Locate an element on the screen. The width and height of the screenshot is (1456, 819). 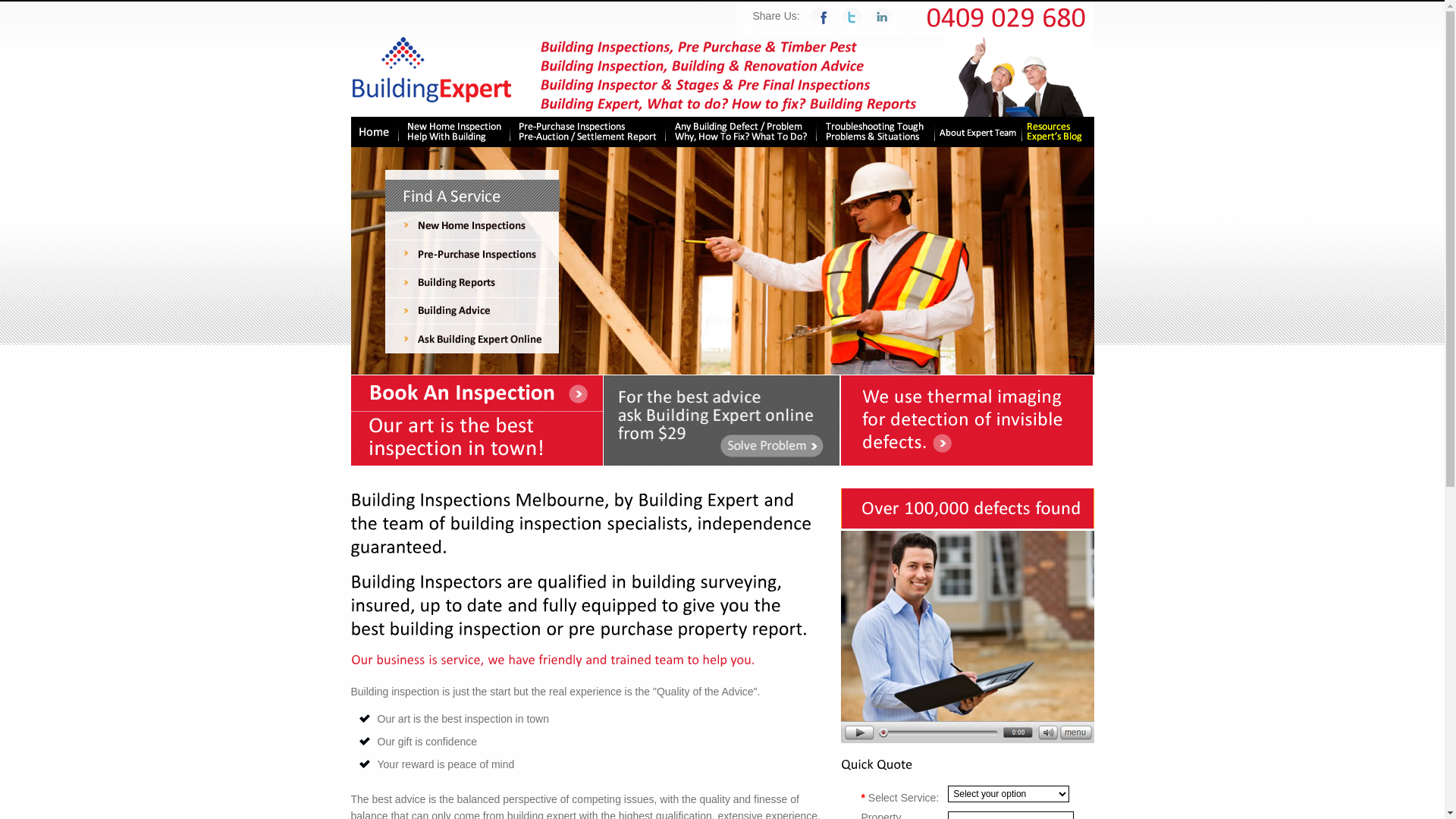
'Recommend this website : home on Facebook' is located at coordinates (820, 15).